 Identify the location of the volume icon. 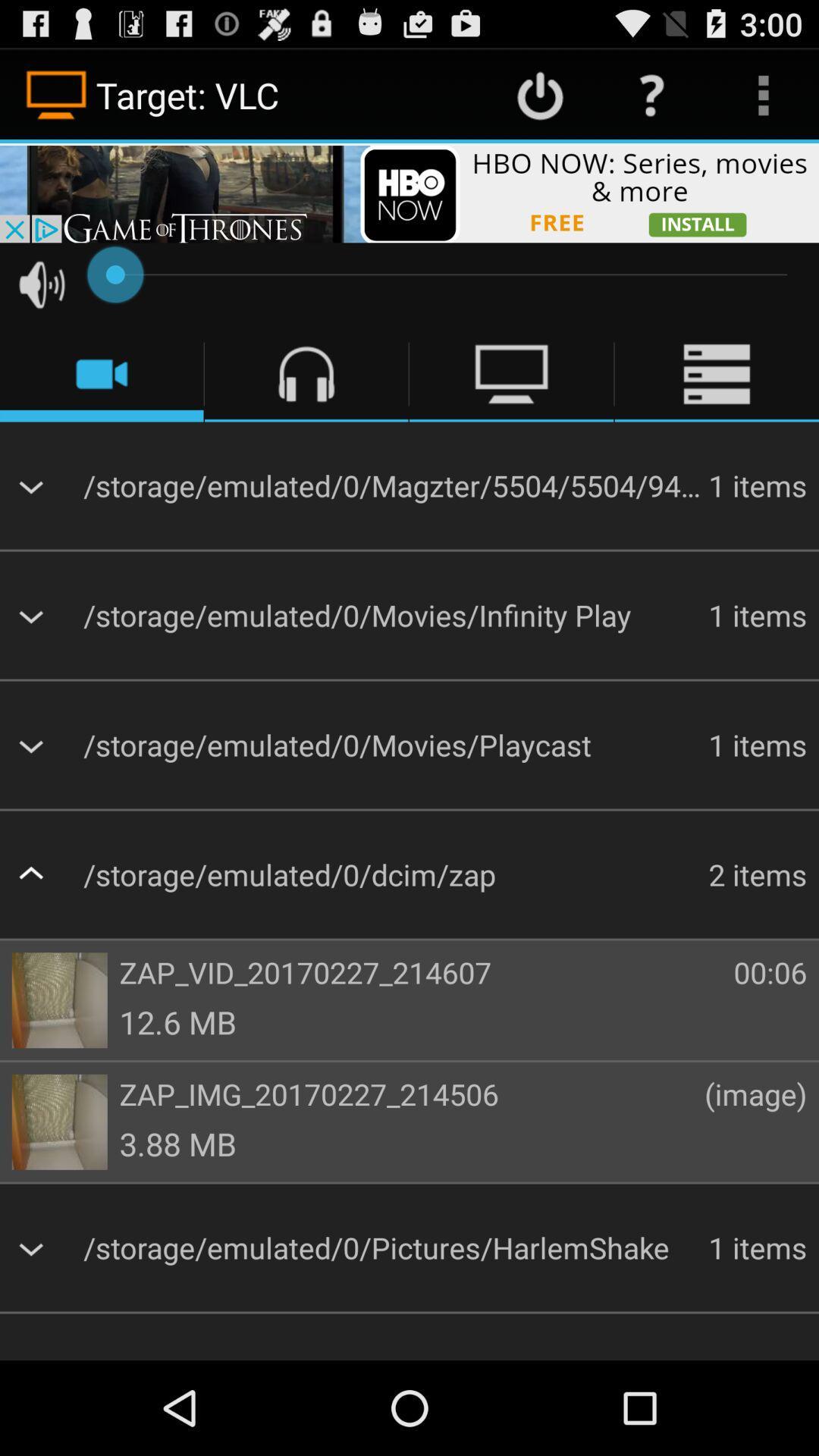
(41, 303).